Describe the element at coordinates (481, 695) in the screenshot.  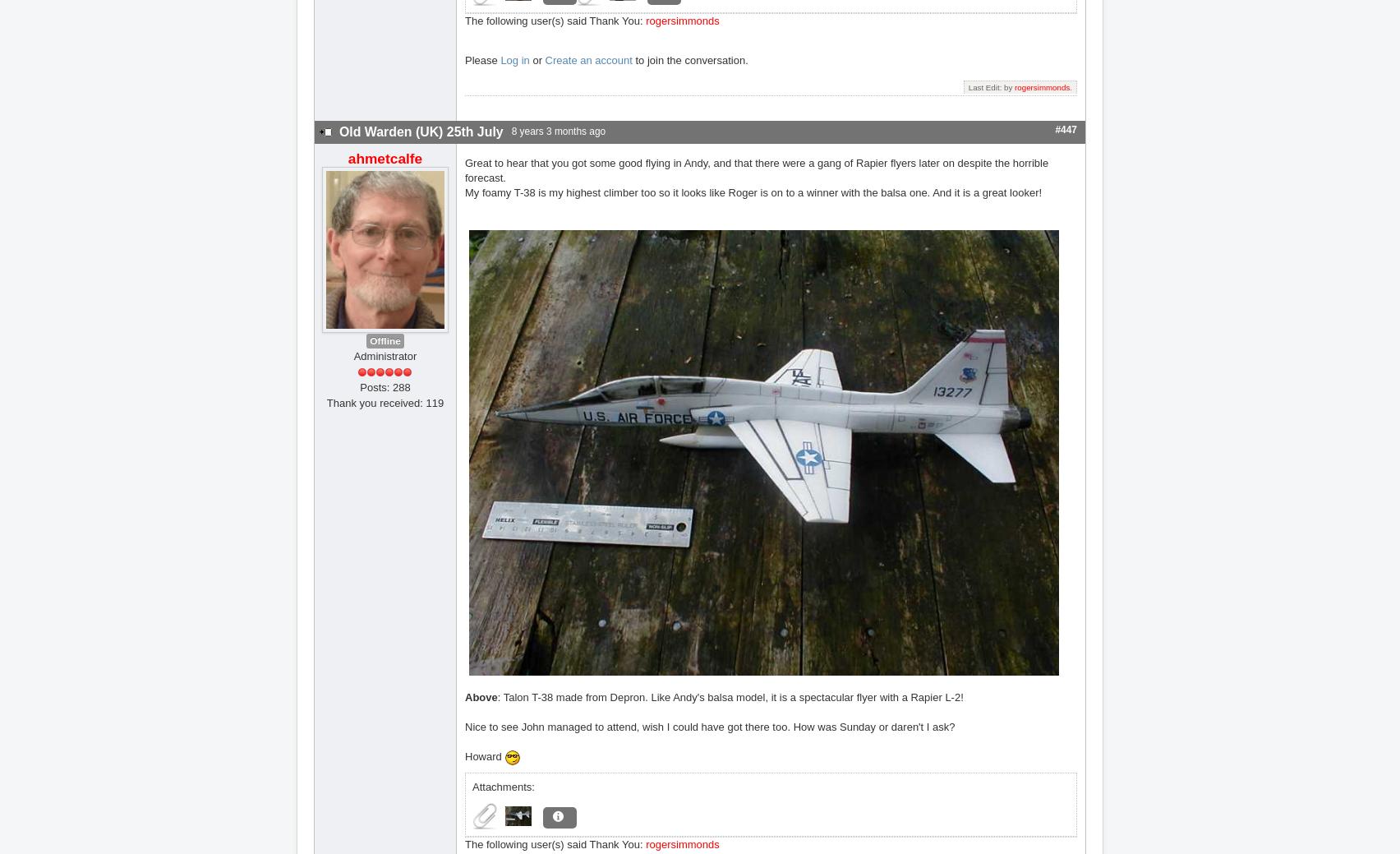
I see `'Above'` at that location.